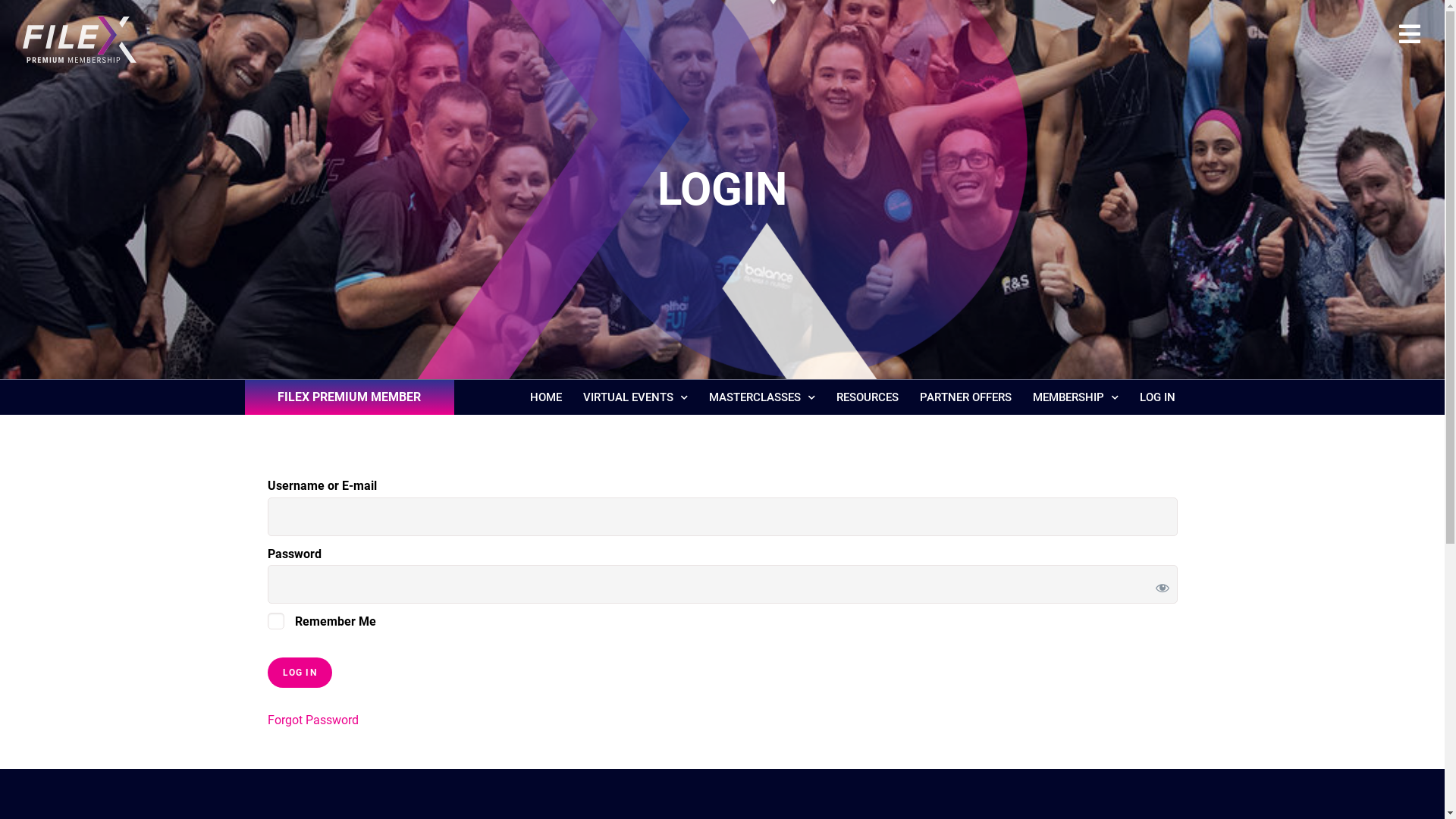 The width and height of the screenshot is (1456, 819). Describe the element at coordinates (299, 672) in the screenshot. I see `'Log In'` at that location.